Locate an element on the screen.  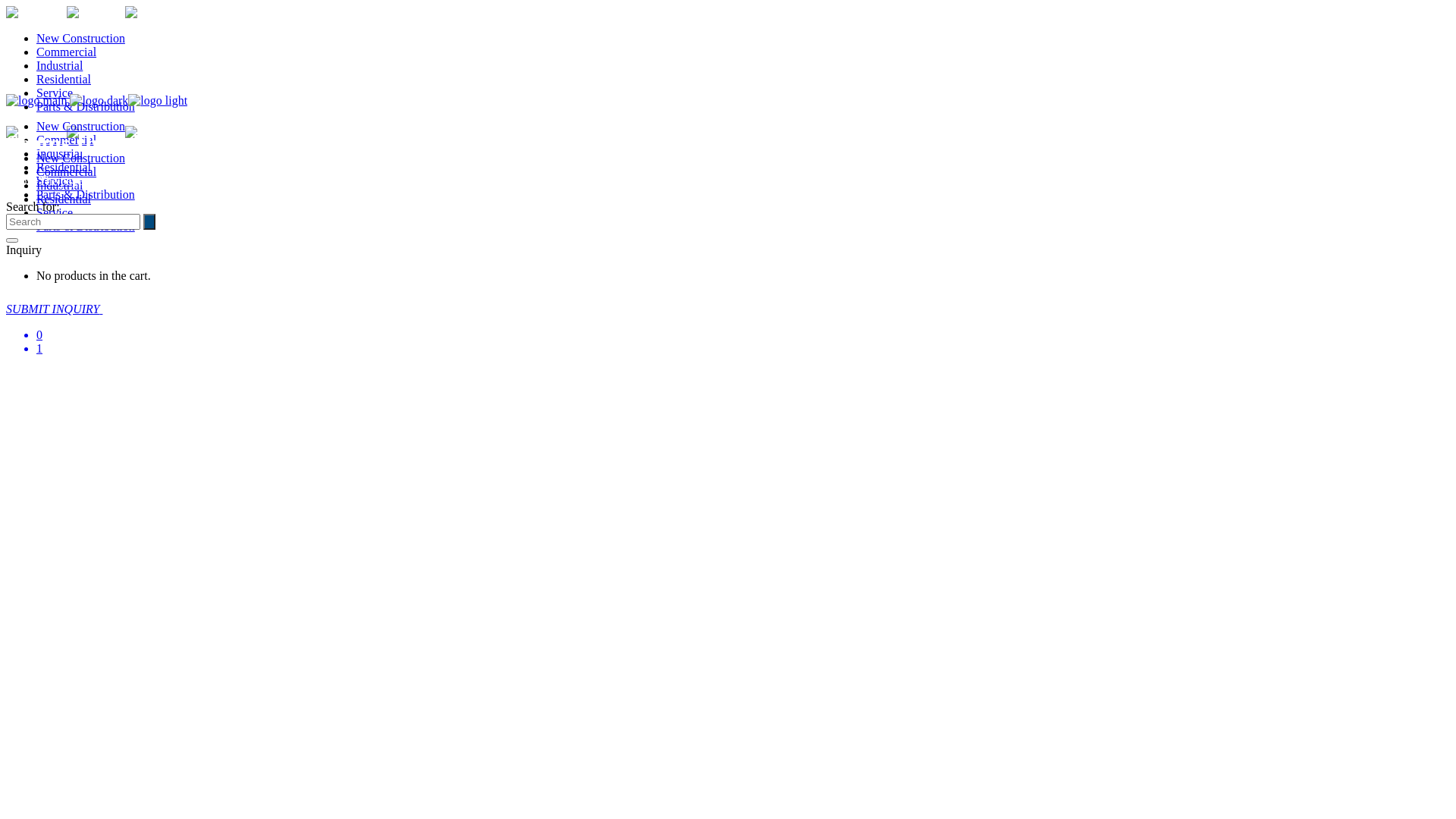
'Parts & Distribution' is located at coordinates (85, 226).